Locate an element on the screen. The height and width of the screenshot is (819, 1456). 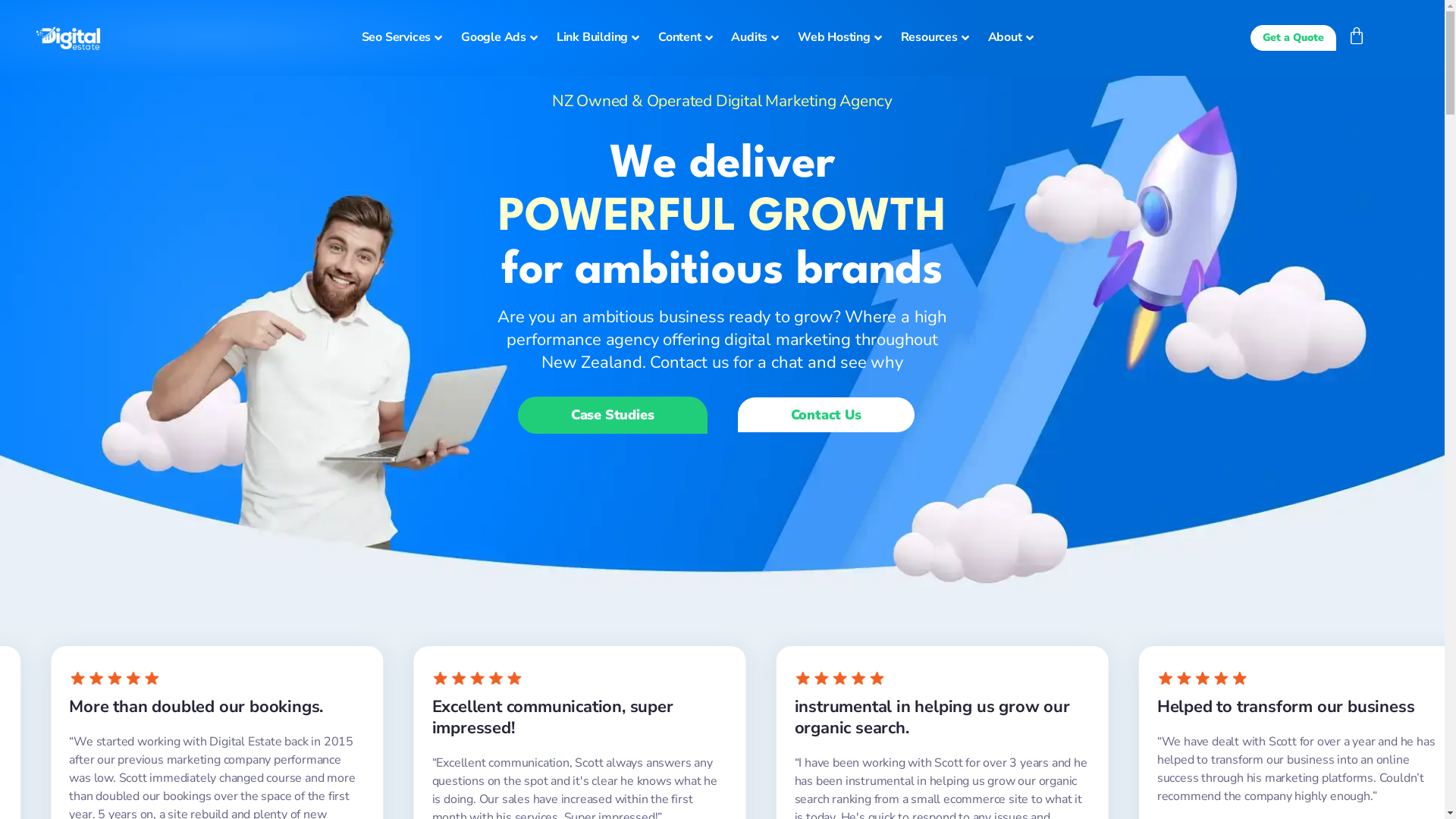
'Audits' is located at coordinates (757, 37).